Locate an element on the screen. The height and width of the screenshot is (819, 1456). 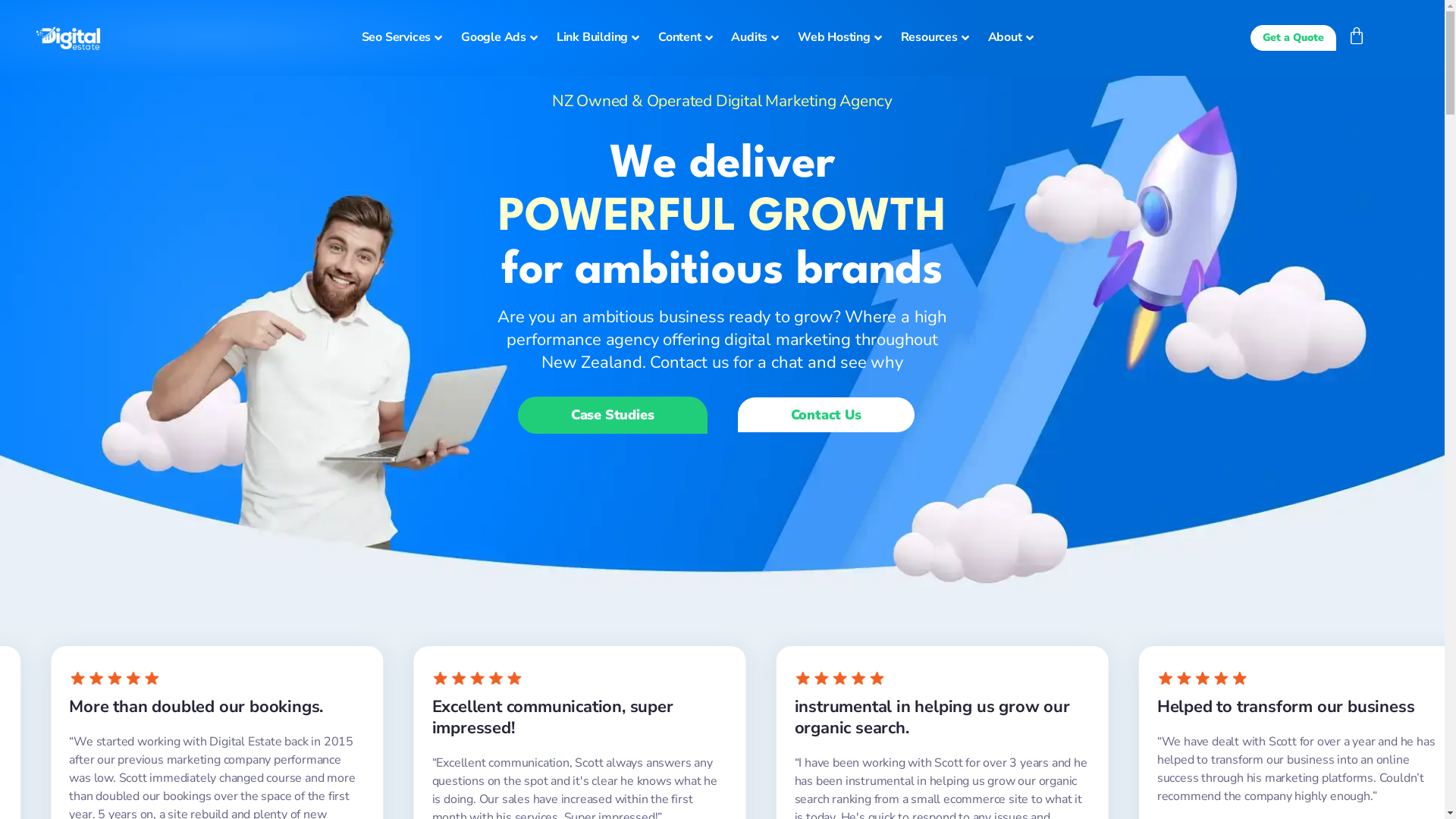
'Audits' is located at coordinates (757, 37).